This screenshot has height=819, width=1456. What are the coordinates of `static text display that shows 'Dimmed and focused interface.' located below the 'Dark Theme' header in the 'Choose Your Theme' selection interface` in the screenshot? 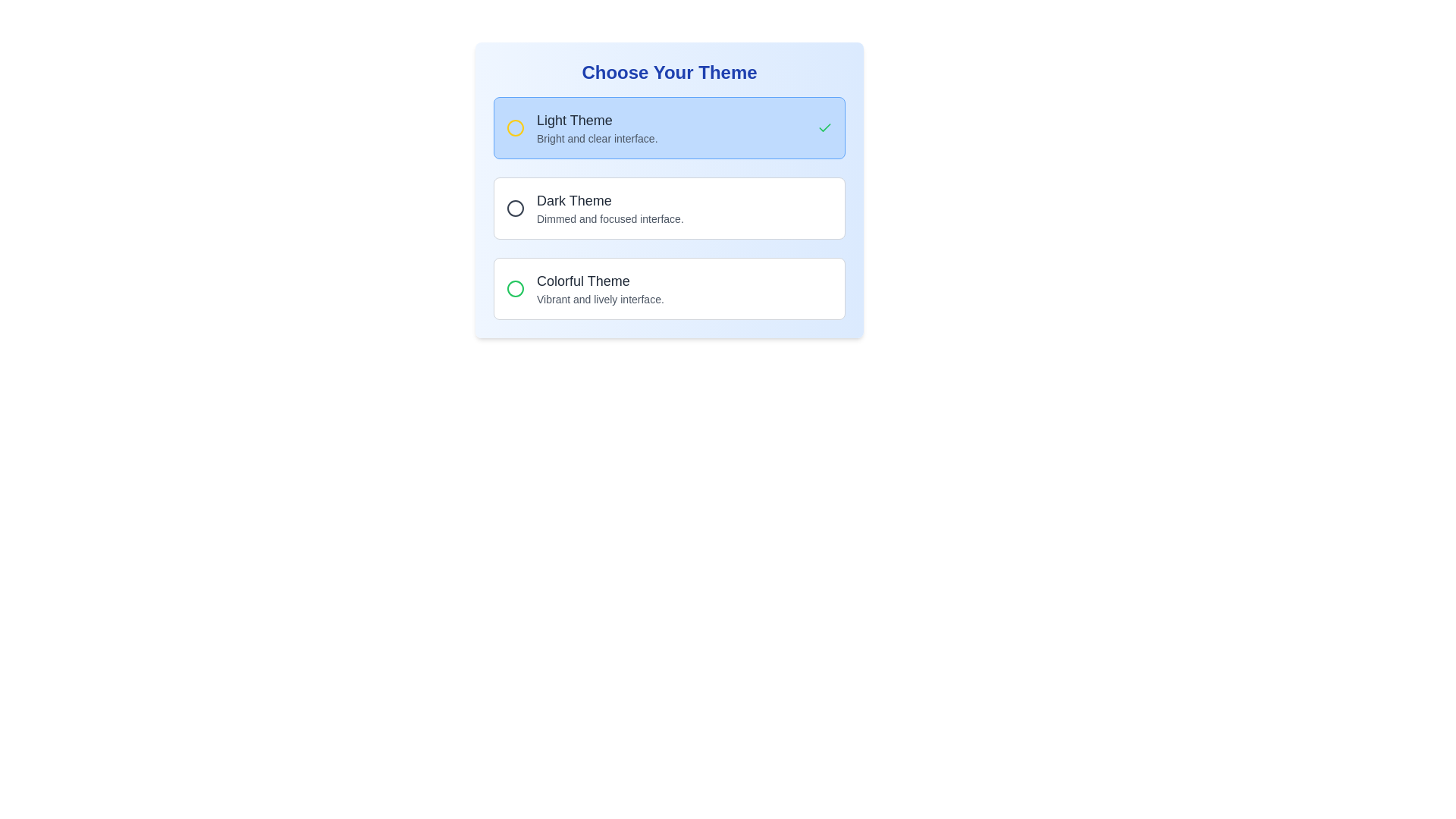 It's located at (610, 219).